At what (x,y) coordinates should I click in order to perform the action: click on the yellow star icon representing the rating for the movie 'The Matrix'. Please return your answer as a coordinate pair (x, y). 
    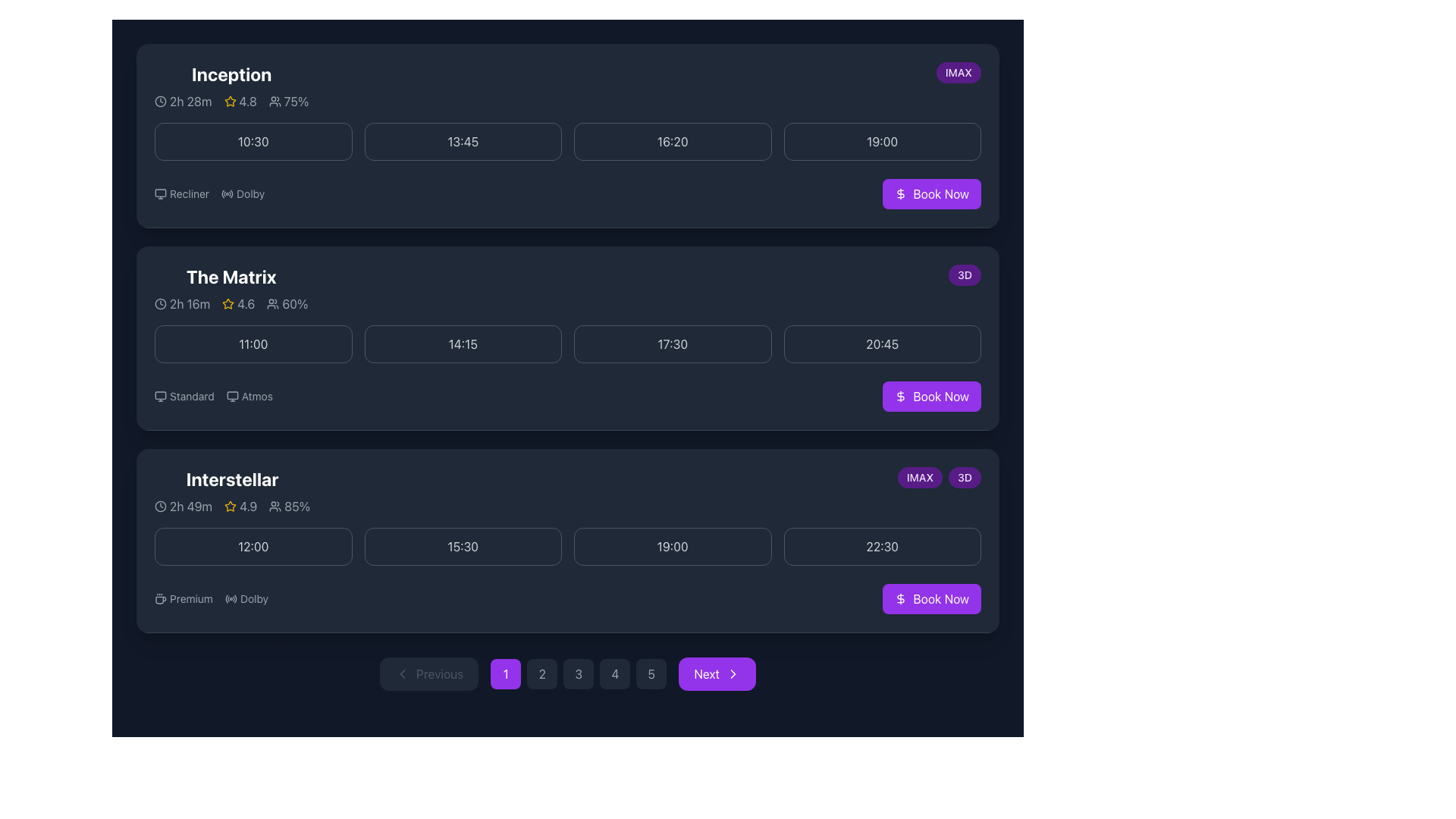
    Looking at the image, I should click on (227, 303).